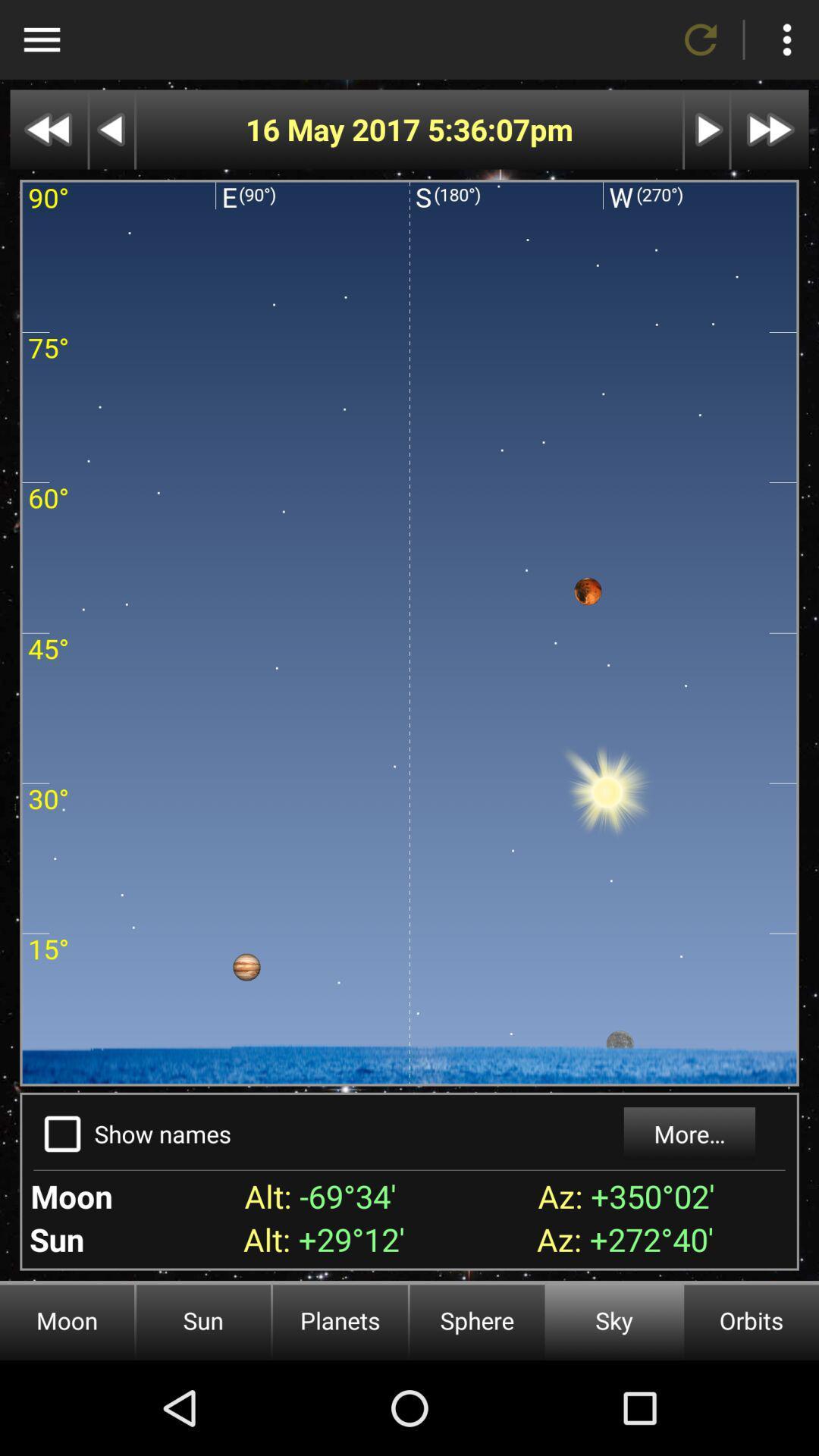 This screenshot has width=819, height=1456. Describe the element at coordinates (61, 1134) in the screenshot. I see `show names` at that location.